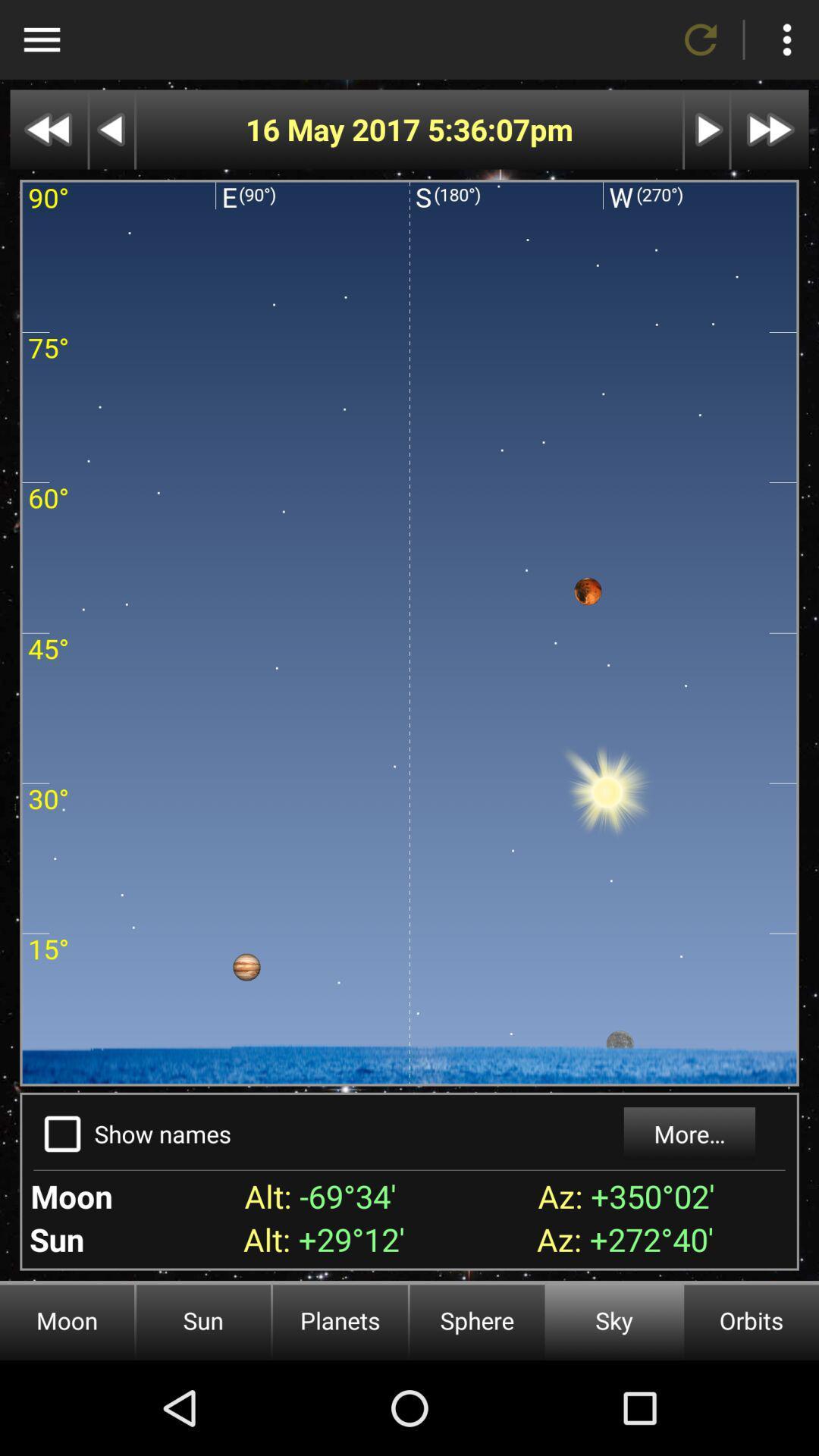 This screenshot has width=819, height=1456. Describe the element at coordinates (61, 1134) in the screenshot. I see `show names` at that location.